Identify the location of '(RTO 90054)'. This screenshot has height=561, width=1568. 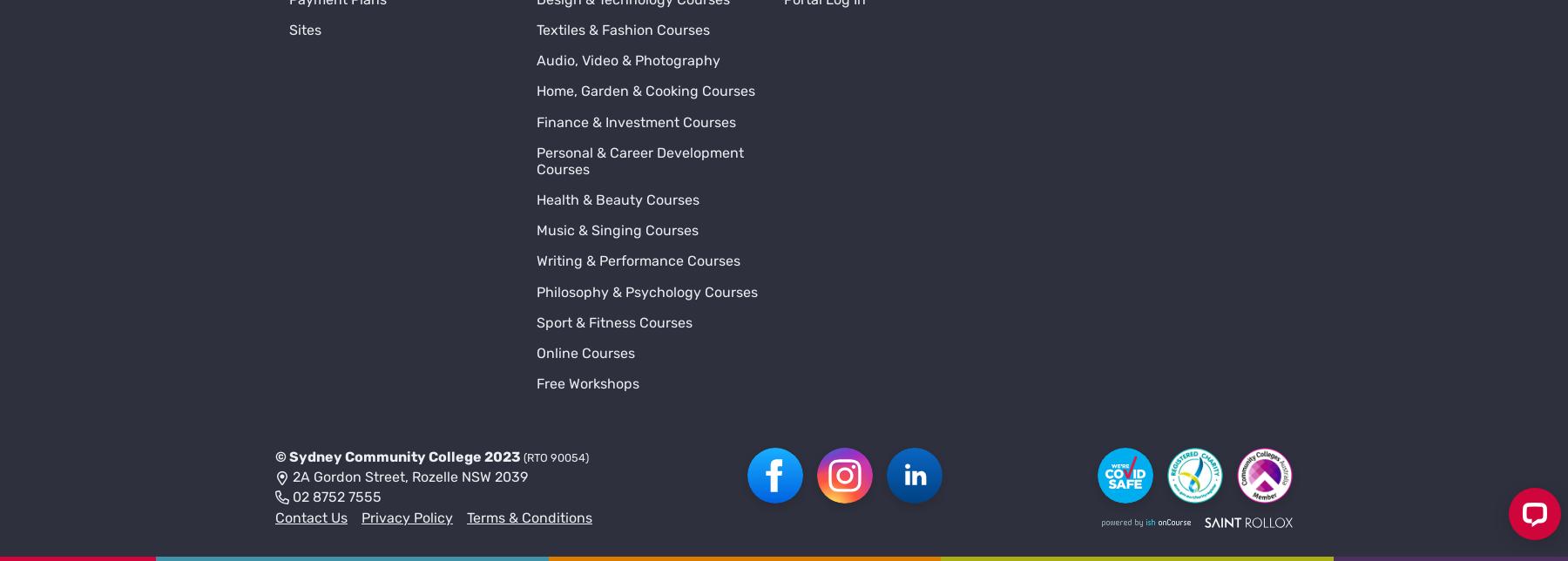
(556, 213).